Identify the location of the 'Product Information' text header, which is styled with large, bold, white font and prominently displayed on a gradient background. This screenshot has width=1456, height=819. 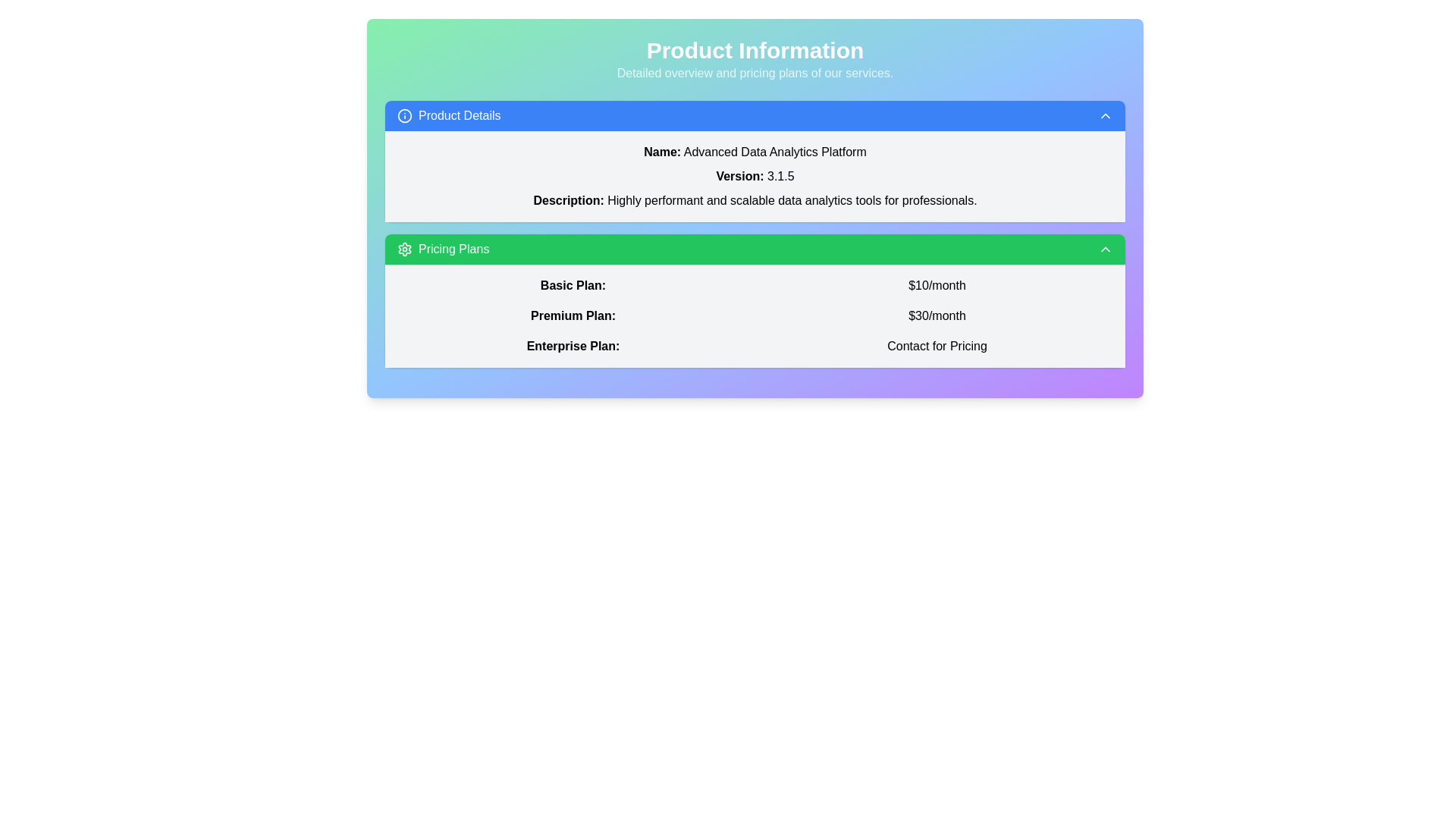
(755, 49).